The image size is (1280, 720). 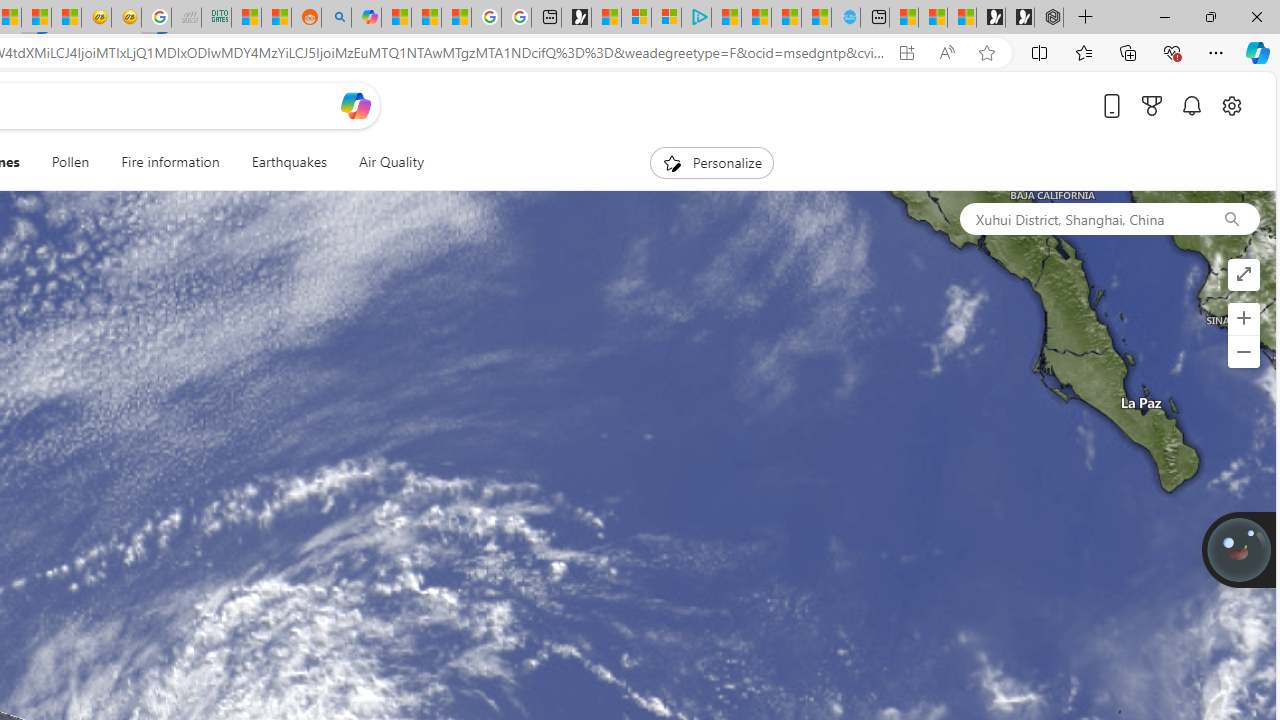 What do you see at coordinates (70, 162) in the screenshot?
I see `'Pollen'` at bounding box center [70, 162].